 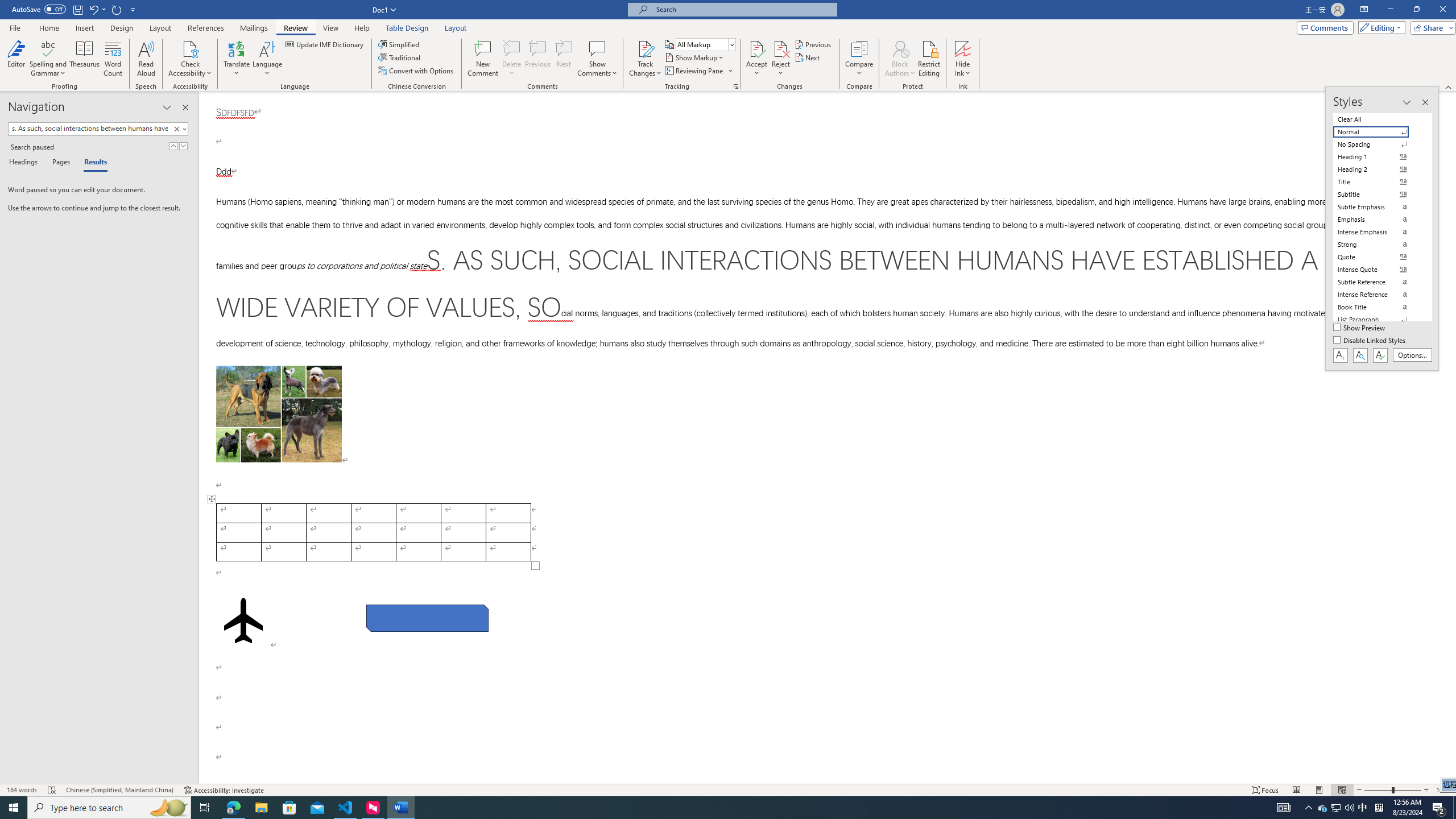 What do you see at coordinates (178, 128) in the screenshot?
I see `'Clear'` at bounding box center [178, 128].